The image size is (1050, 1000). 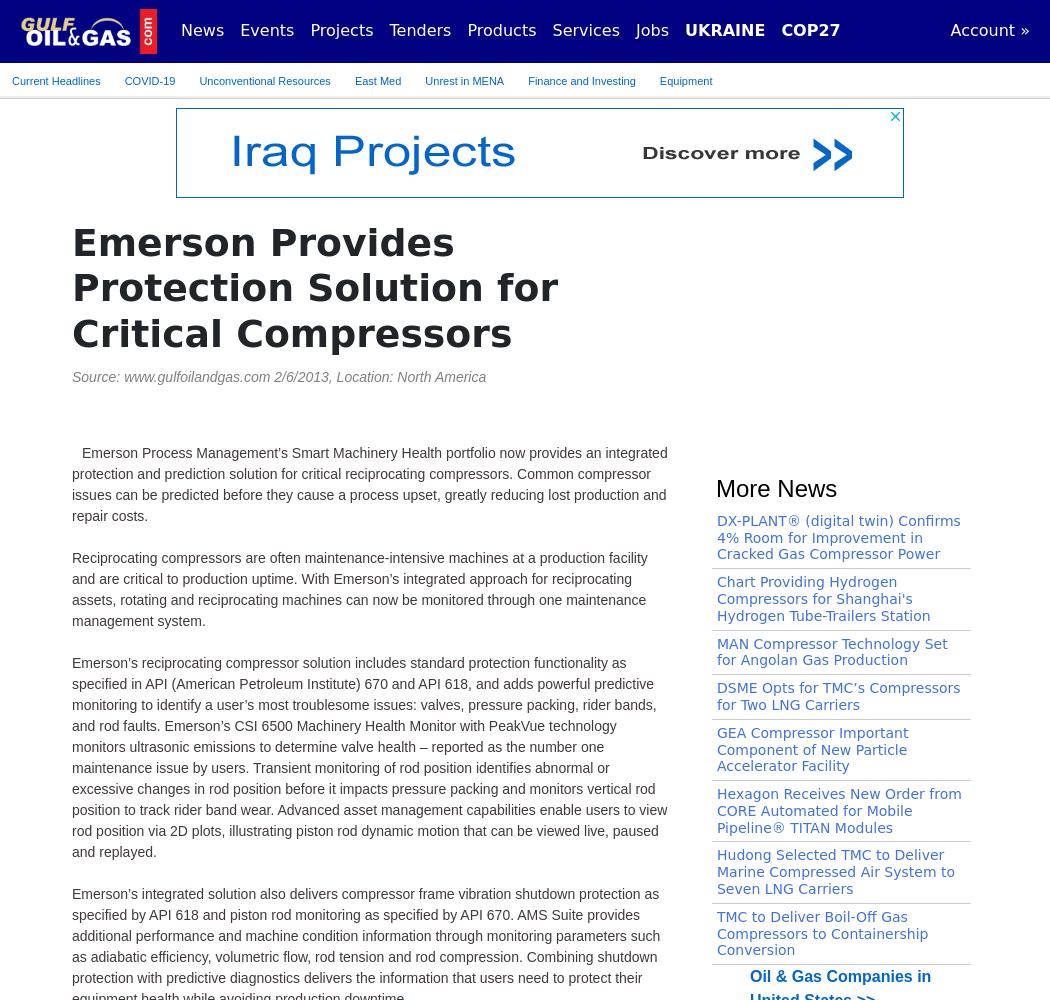 I want to click on 'Compressors, Cylinders', so click(x=287, y=950).